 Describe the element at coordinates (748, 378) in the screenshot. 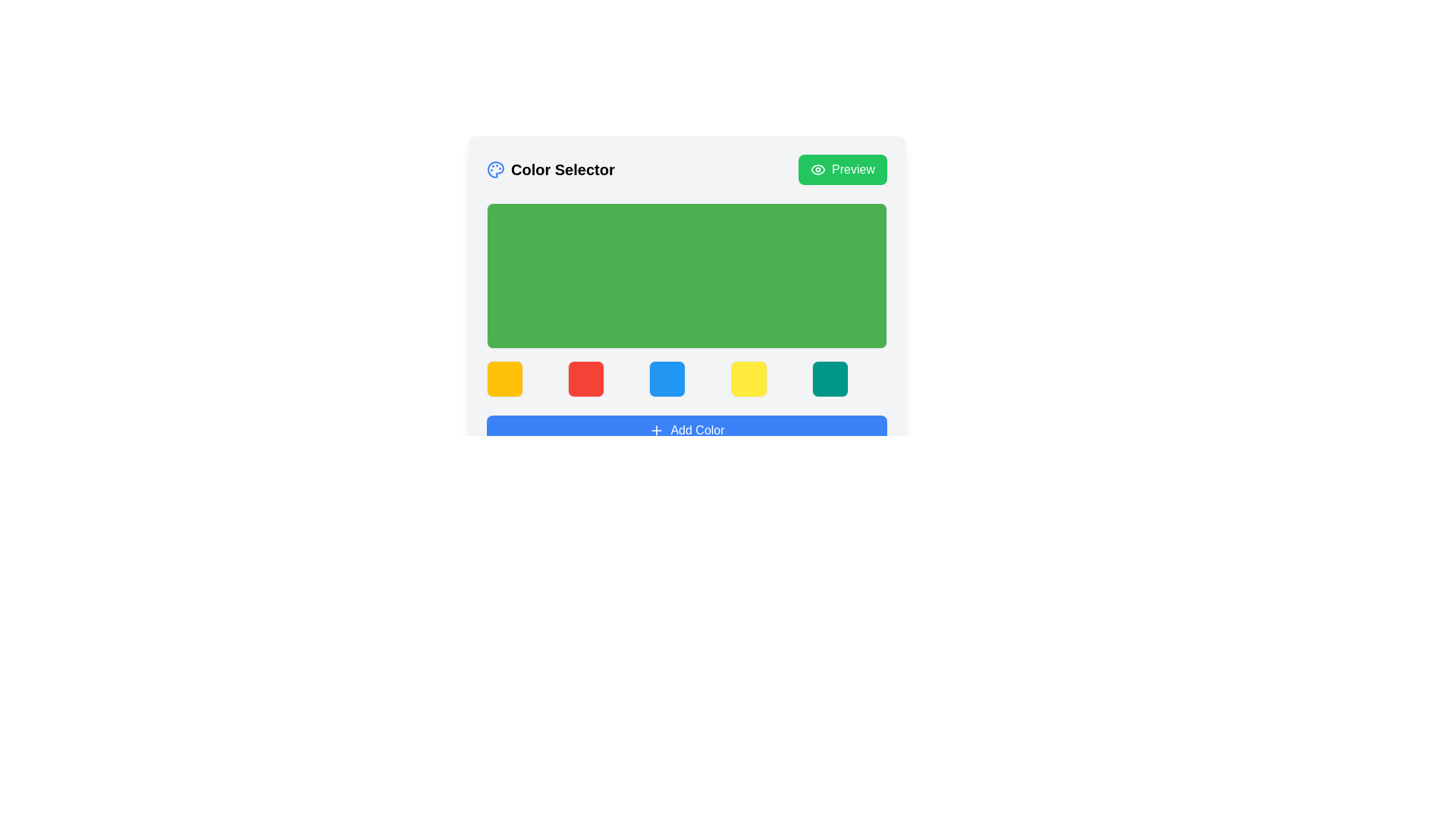

I see `the fourth button from the left, a square button with a rounded border and bright yellow color` at that location.